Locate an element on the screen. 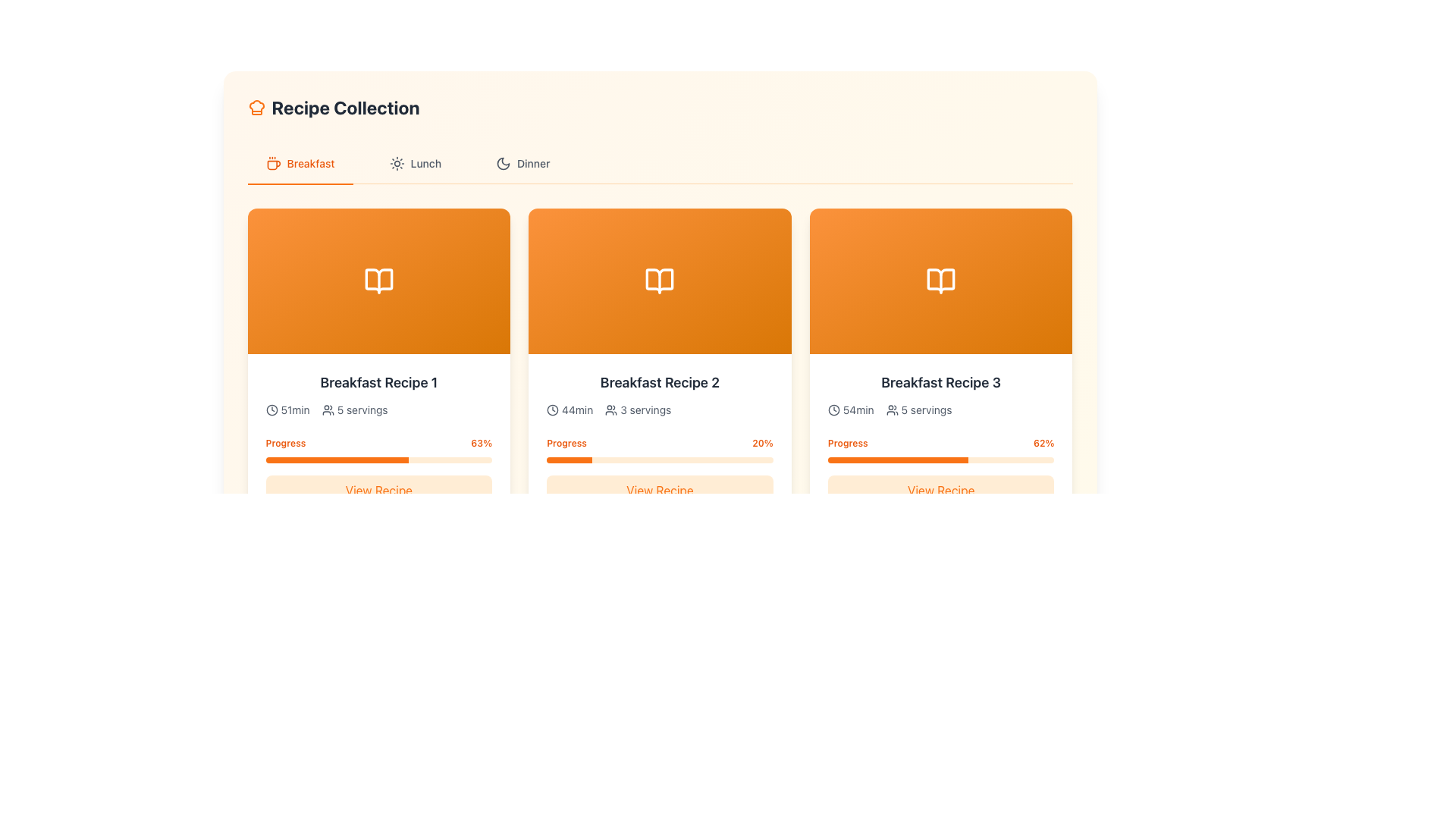 This screenshot has height=819, width=1456. the orange progress bar indicator in the lower portion of the third card in the Breakfast section, which indicates completion percentage is located at coordinates (898, 459).